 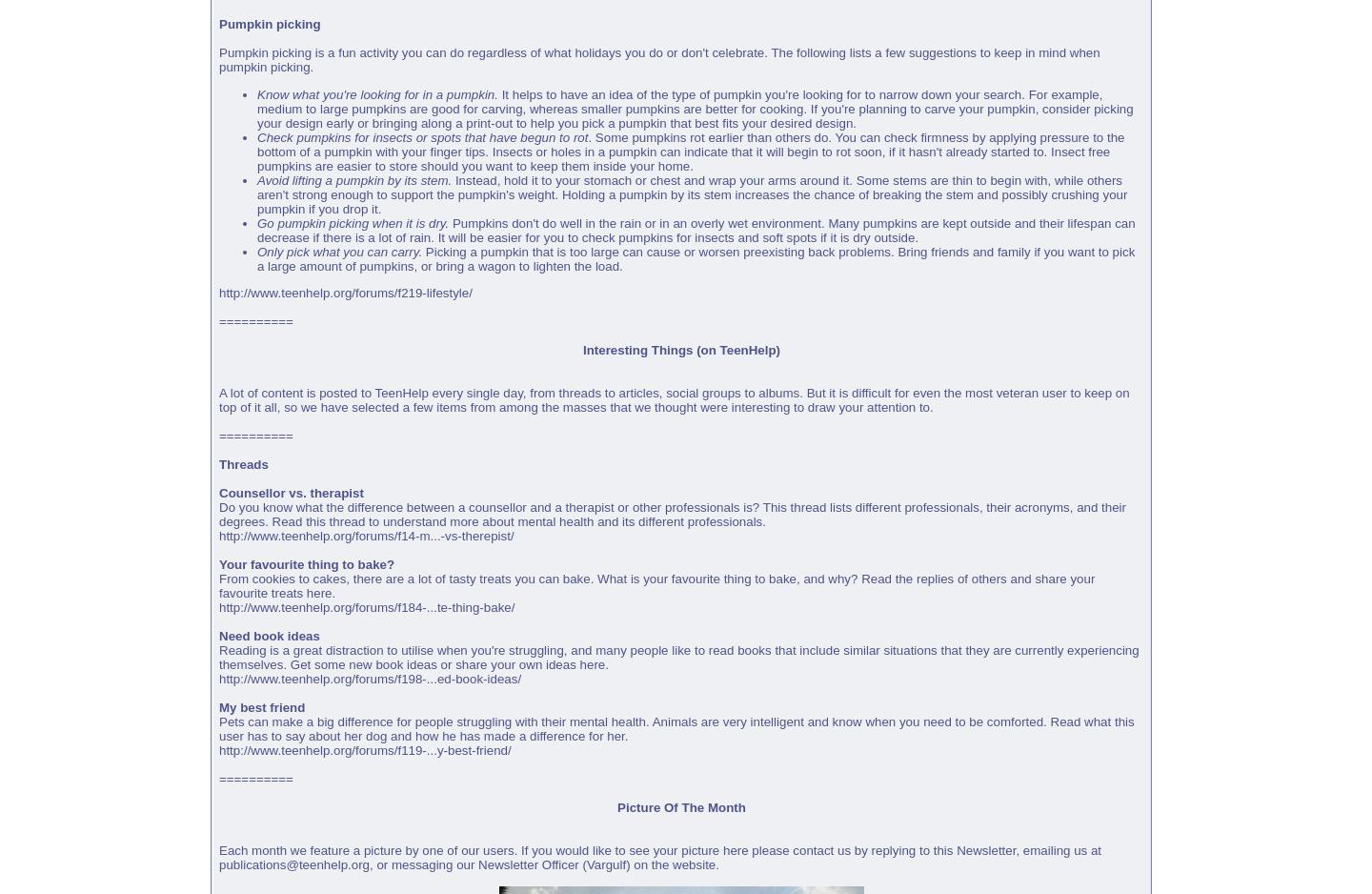 I want to click on 'http://www.teenhelp.org/forums/f14-m...-vs-therepist/', so click(x=365, y=536).